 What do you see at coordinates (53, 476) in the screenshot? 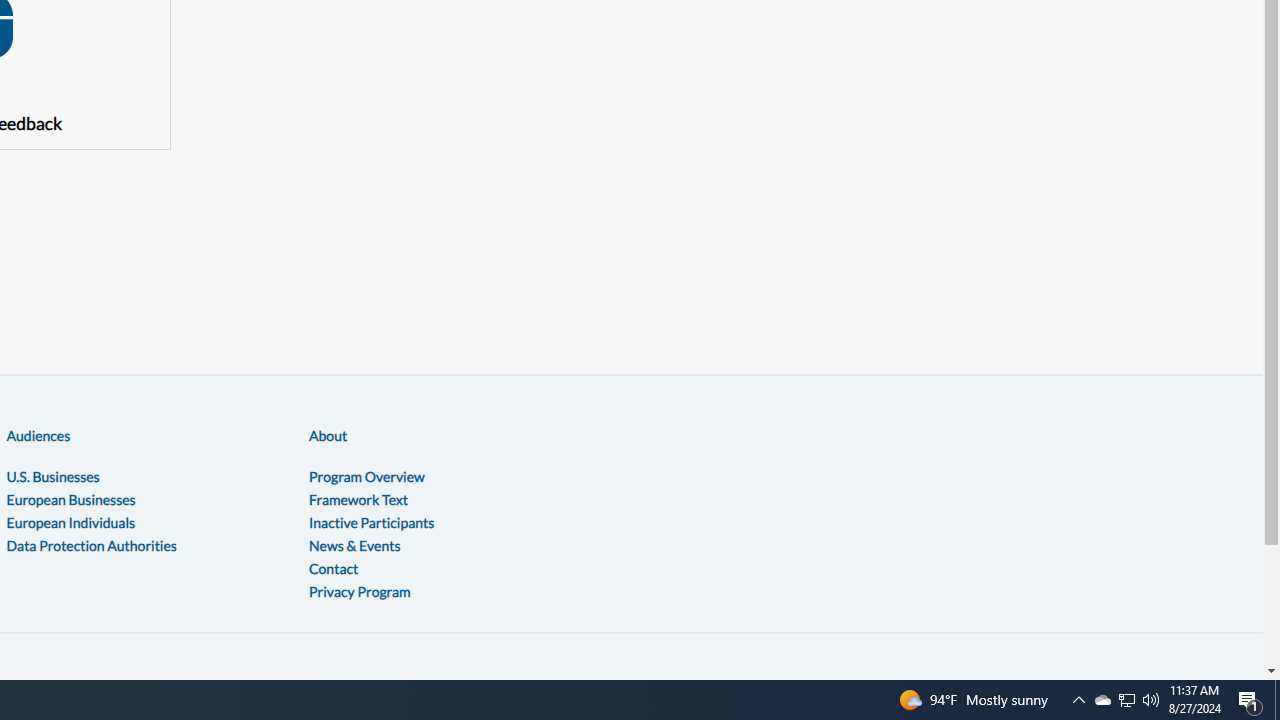
I see `'U.S. Businesses'` at bounding box center [53, 476].